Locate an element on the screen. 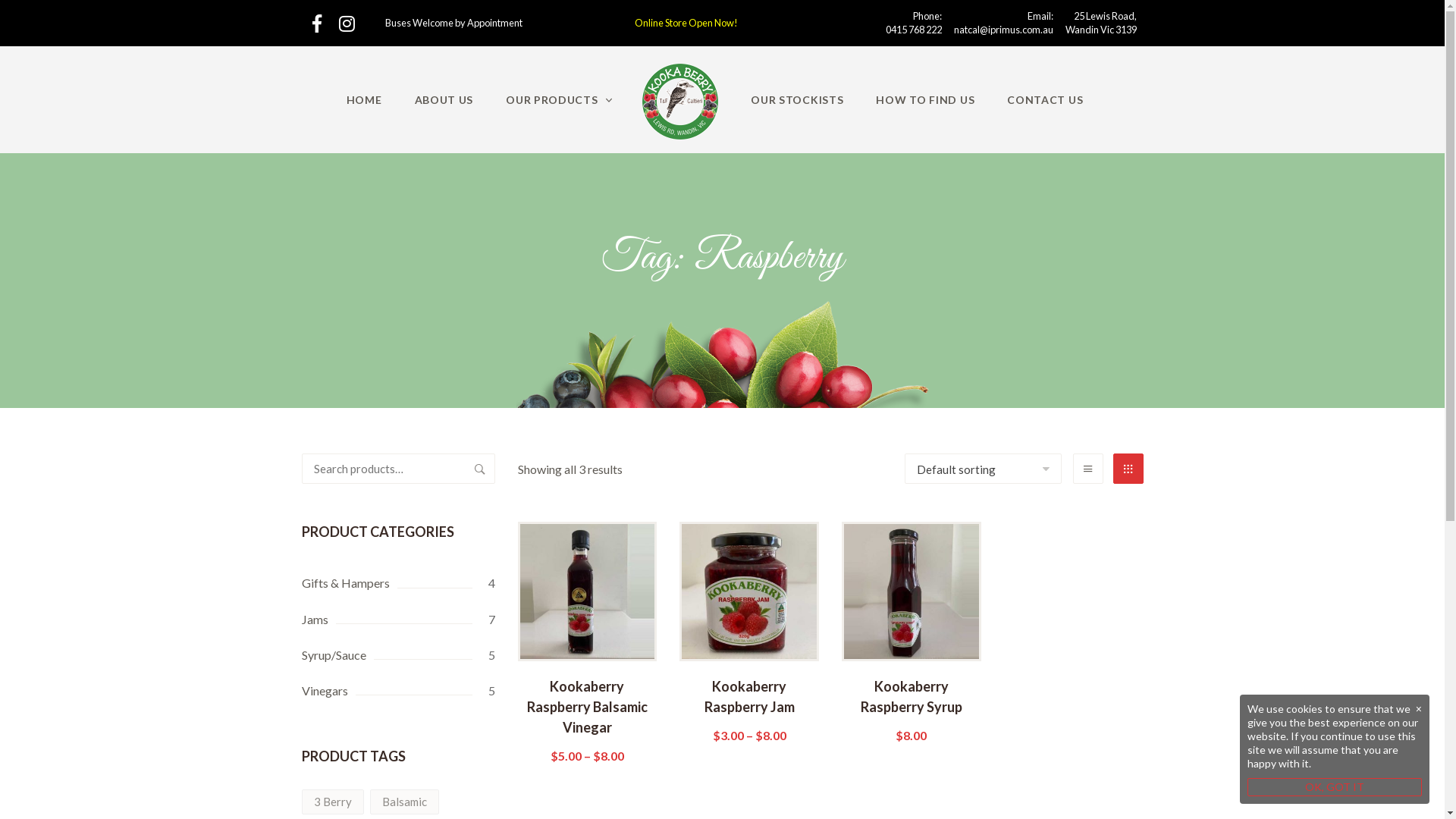 The height and width of the screenshot is (819, 1456). '0415 768 222' is located at coordinates (912, 29).